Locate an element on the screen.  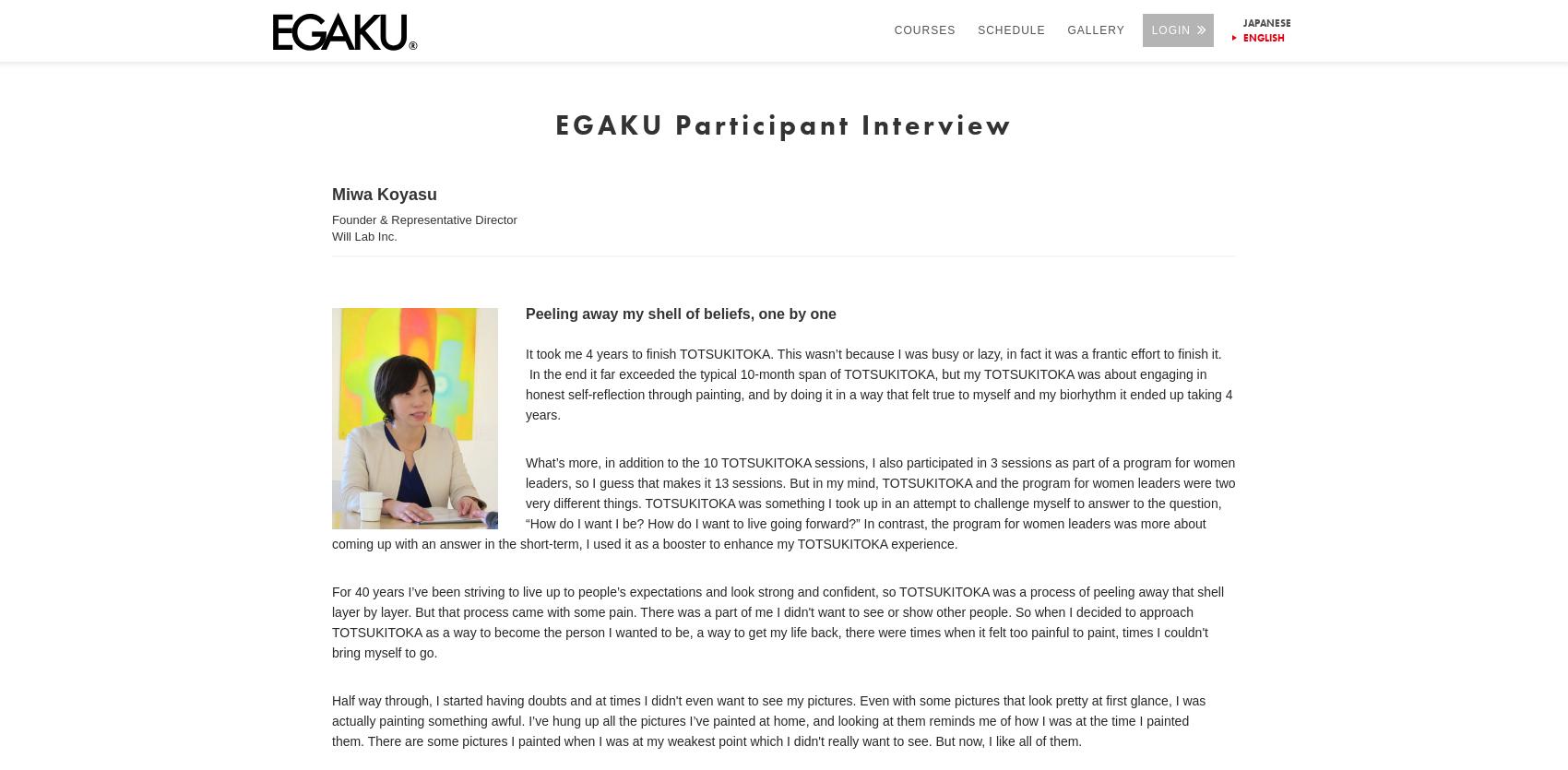
'JAPANESE' is located at coordinates (1242, 22).